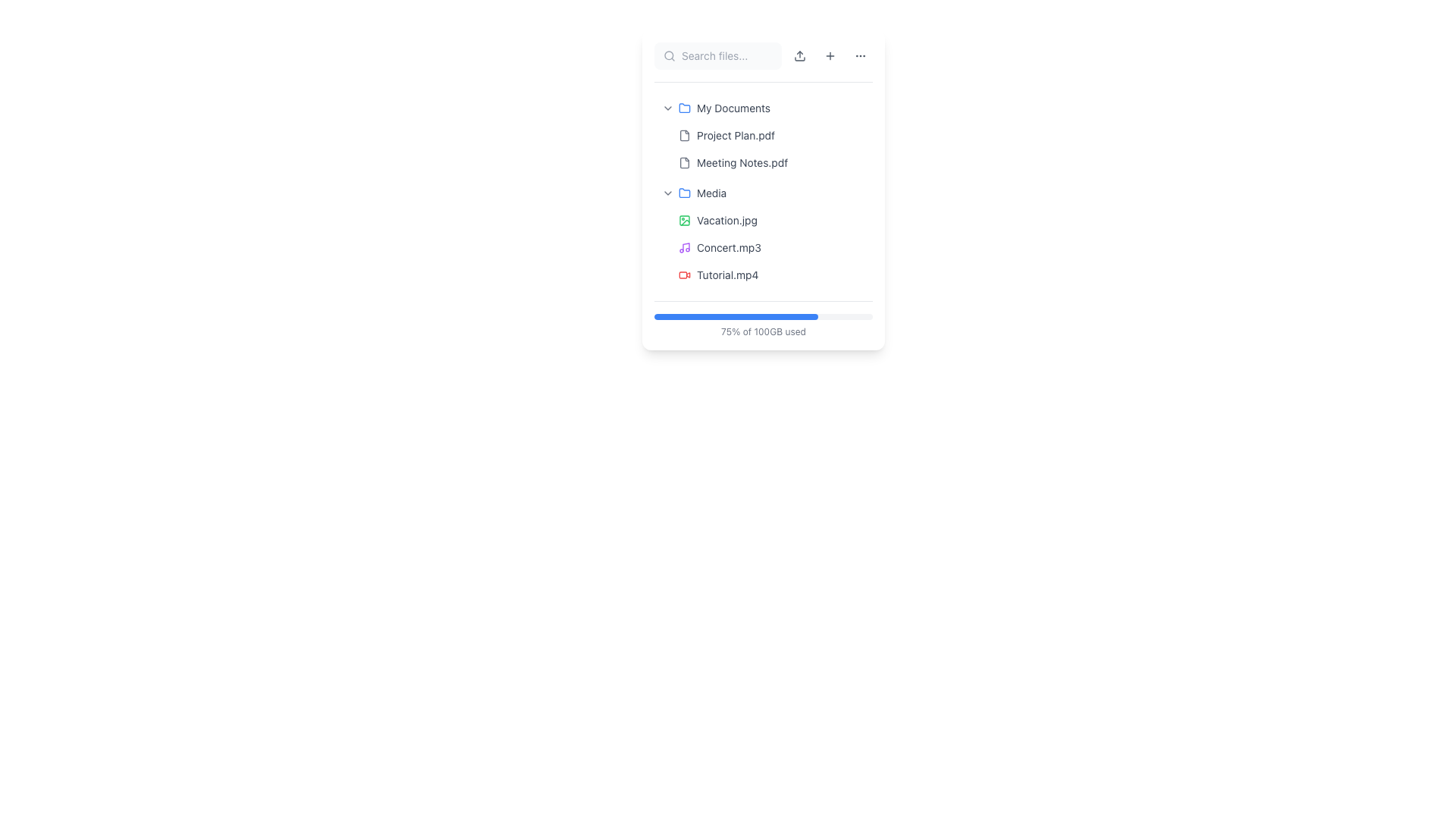 The image size is (1456, 819). Describe the element at coordinates (683, 163) in the screenshot. I see `the file icon representing 'Meeting Notes.pdf', which is styled with a gray outline and is positioned to the far left of the file name in a vertical list of files` at that location.